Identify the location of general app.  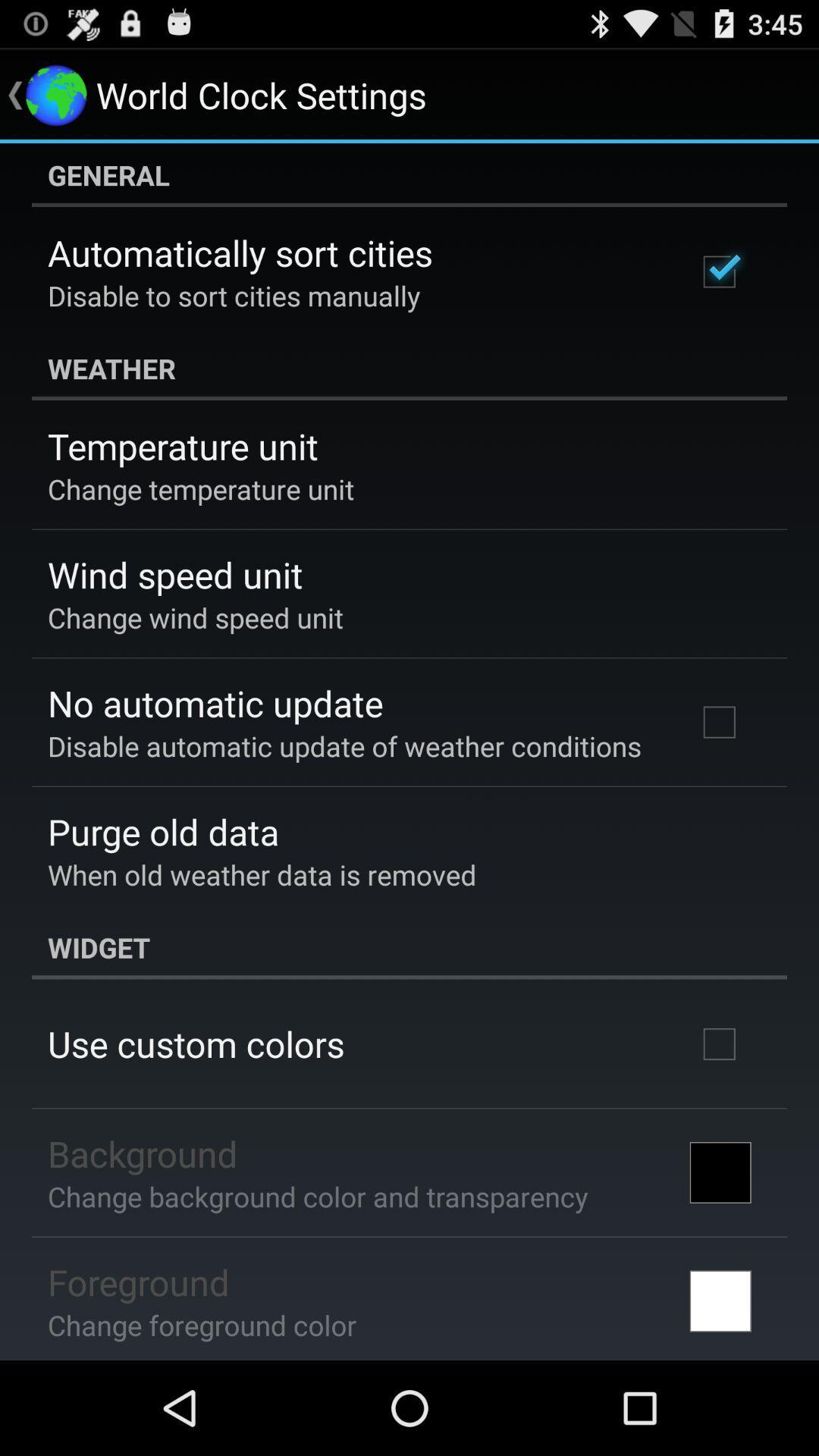
(409, 174).